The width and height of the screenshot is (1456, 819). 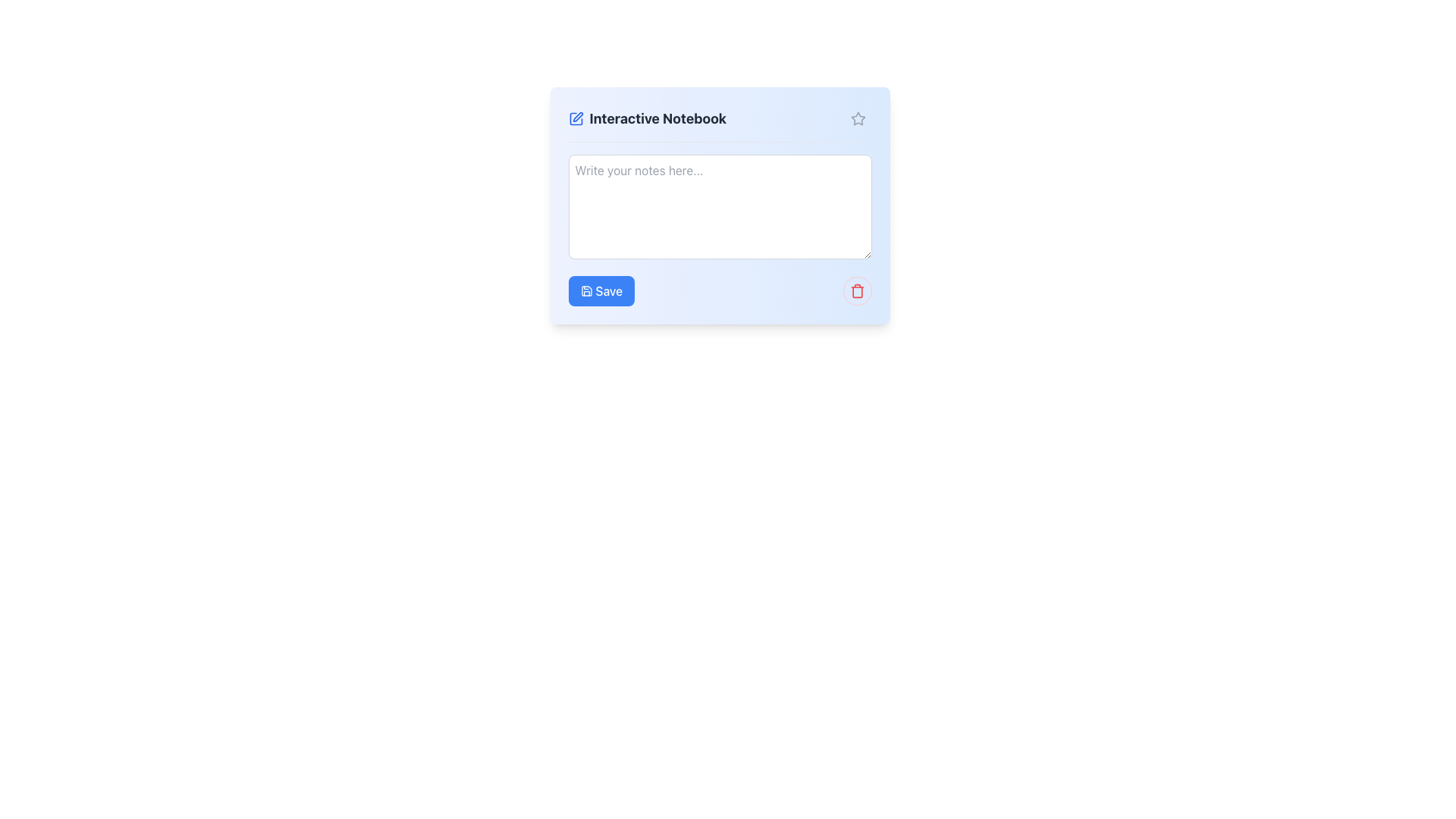 I want to click on the save button located in the bottom left corner of the section, which allows users to save content in the interactive notebook above it, so click(x=601, y=291).